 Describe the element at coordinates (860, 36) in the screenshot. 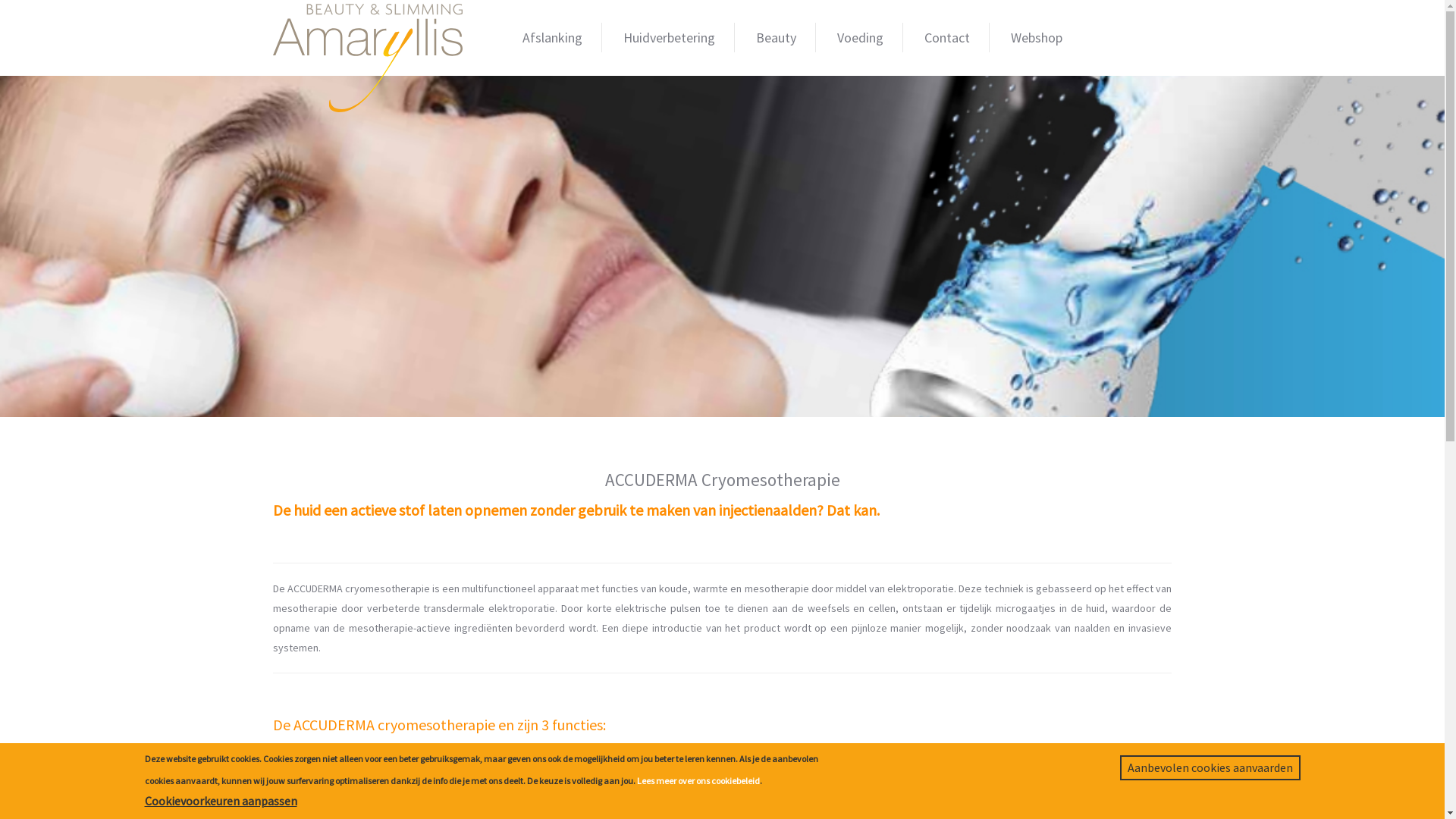

I see `'Voeding'` at that location.